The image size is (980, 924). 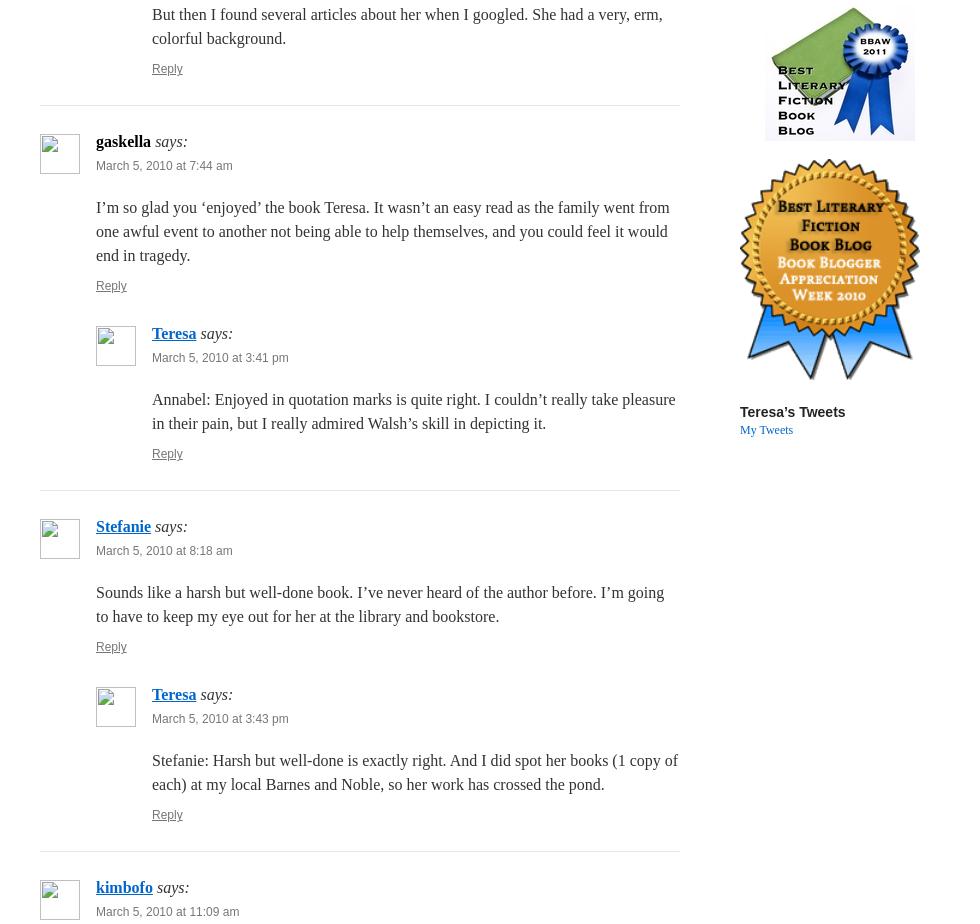 What do you see at coordinates (163, 550) in the screenshot?
I see `'March 5, 2010 at 8:18 am'` at bounding box center [163, 550].